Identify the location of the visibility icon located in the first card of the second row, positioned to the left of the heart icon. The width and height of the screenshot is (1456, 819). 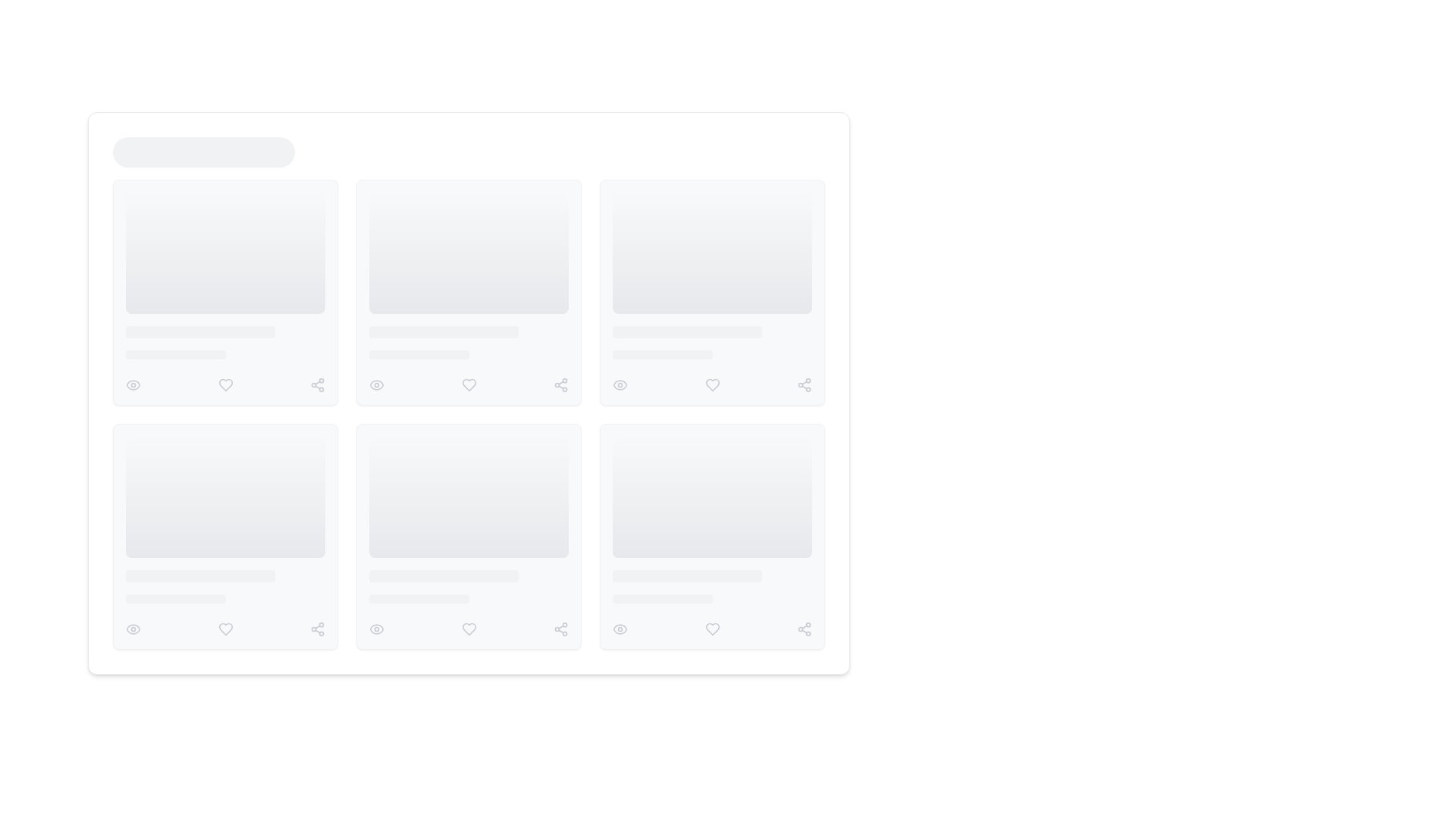
(377, 384).